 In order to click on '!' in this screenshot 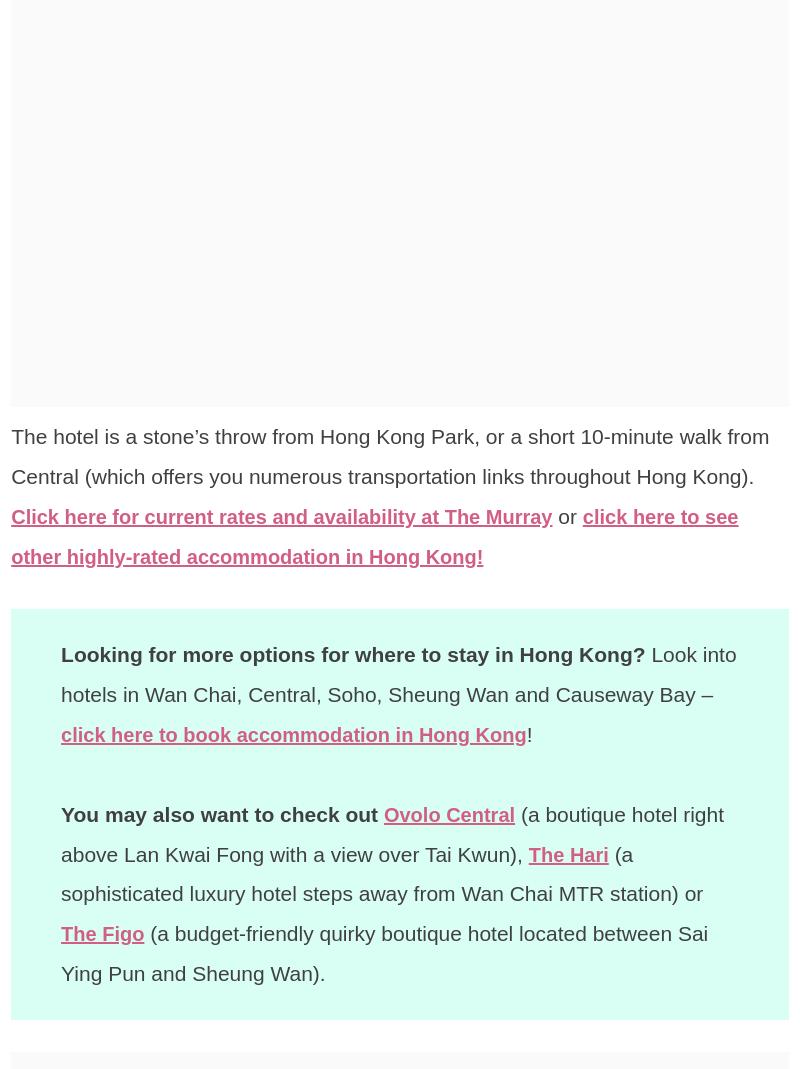, I will do `click(552, 732)`.